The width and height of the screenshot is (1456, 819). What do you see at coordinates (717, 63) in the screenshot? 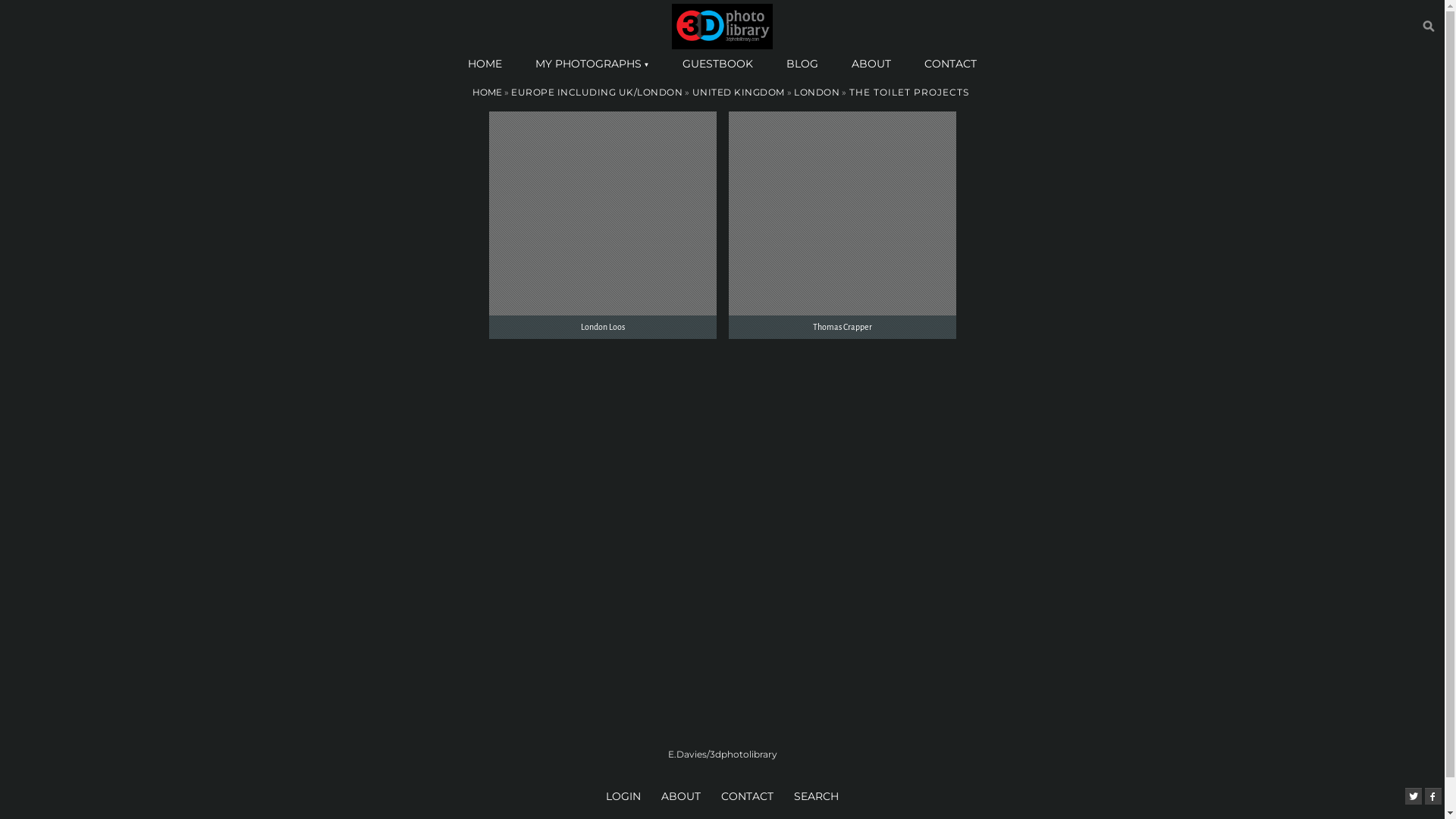
I see `'GUESTBOOK'` at bounding box center [717, 63].